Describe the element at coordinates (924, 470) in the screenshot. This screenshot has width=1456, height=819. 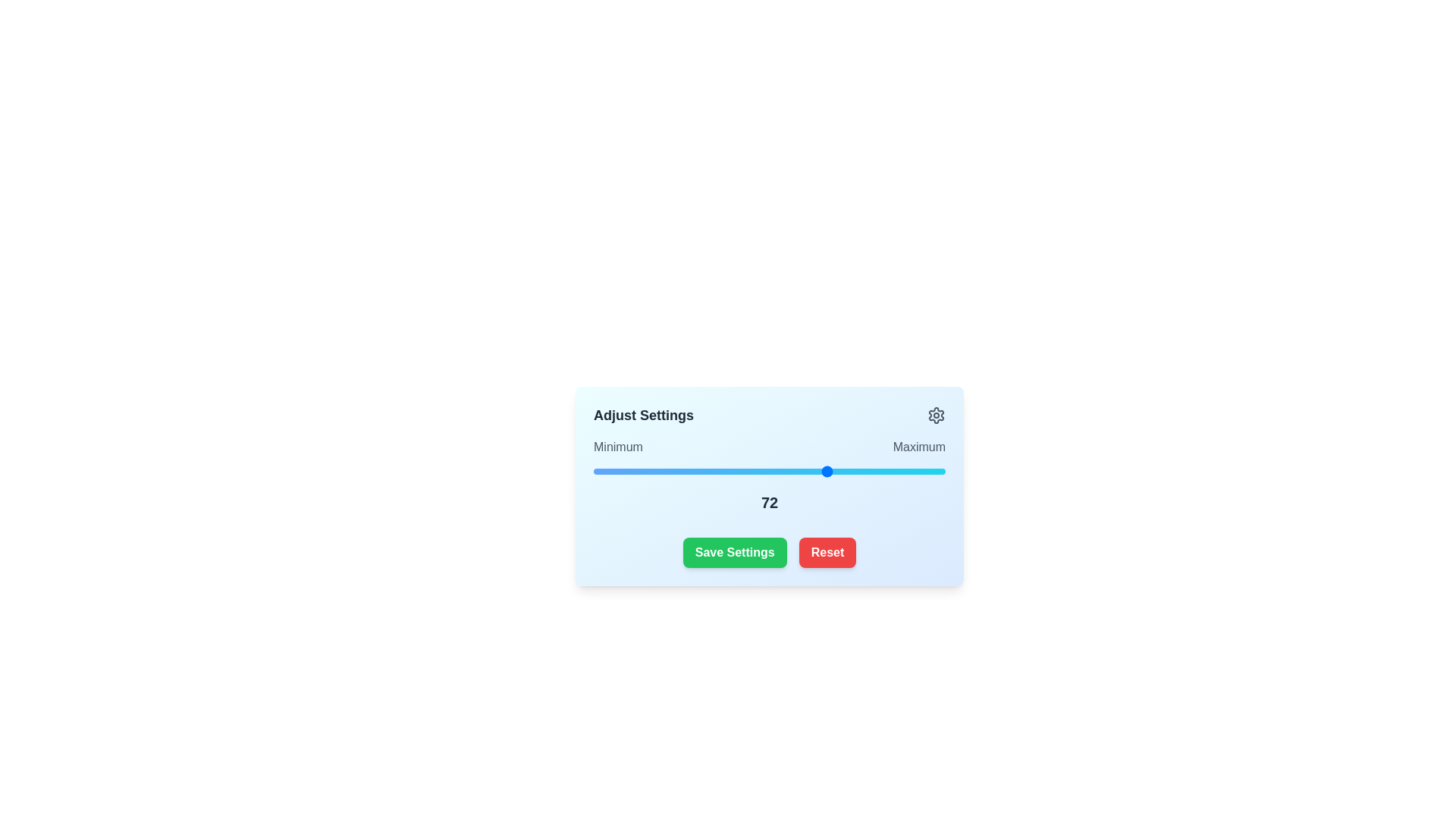
I see `the slider to set its value to 95` at that location.